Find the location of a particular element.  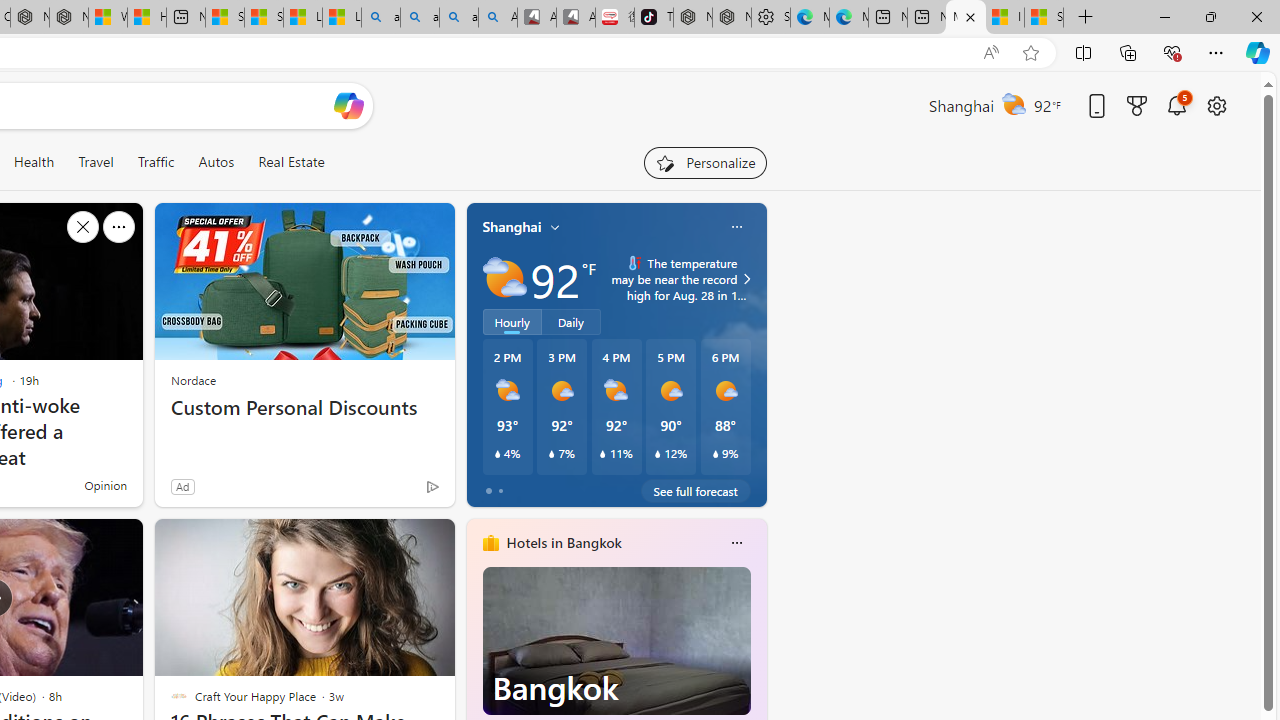

'Autos' is located at coordinates (216, 161).